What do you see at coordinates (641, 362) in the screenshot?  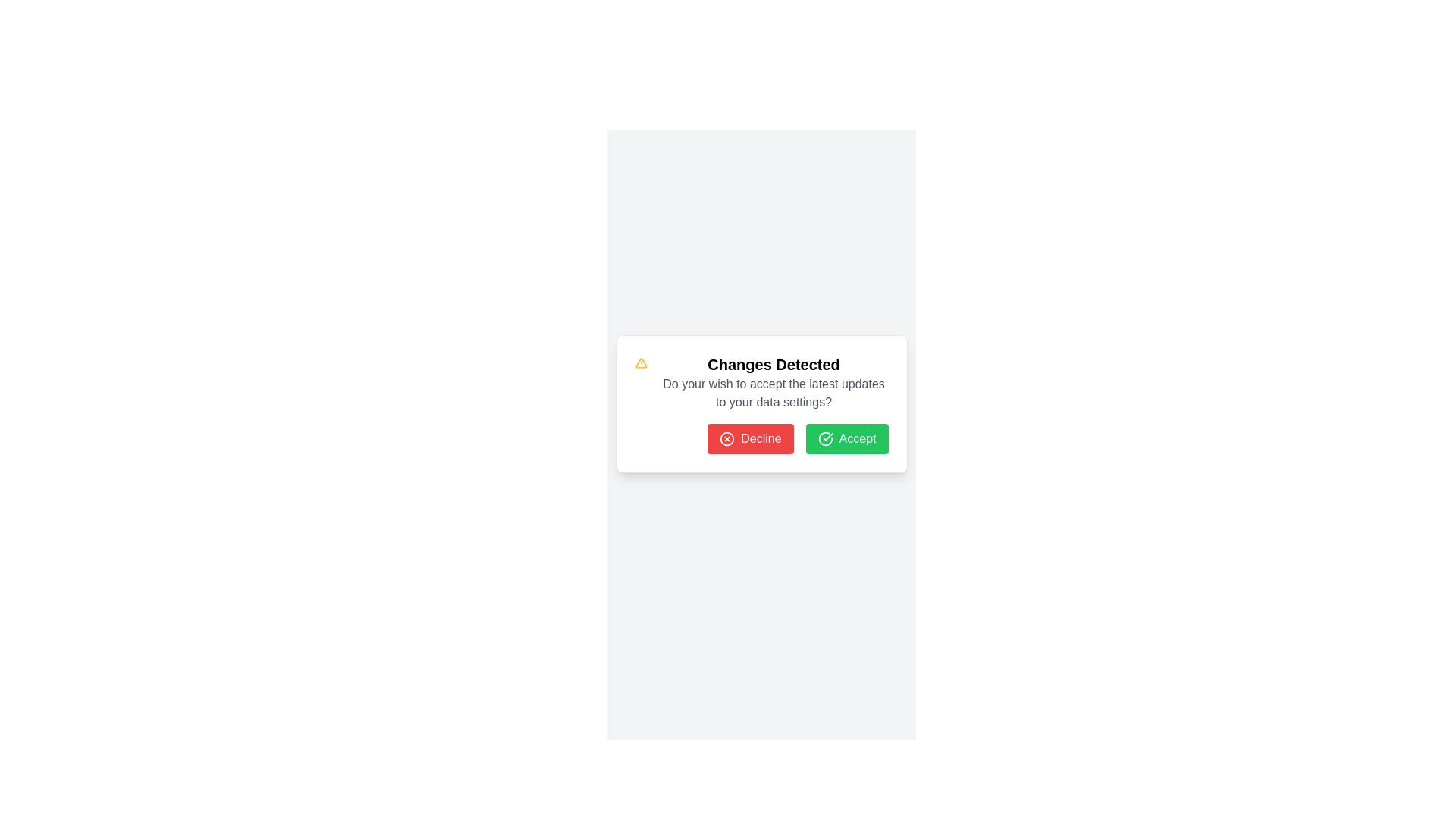 I see `the triangular warning icon with a bold yellow outline, located beside the 'Changes Detected' title text in the upper-left part of the dialog box` at bounding box center [641, 362].